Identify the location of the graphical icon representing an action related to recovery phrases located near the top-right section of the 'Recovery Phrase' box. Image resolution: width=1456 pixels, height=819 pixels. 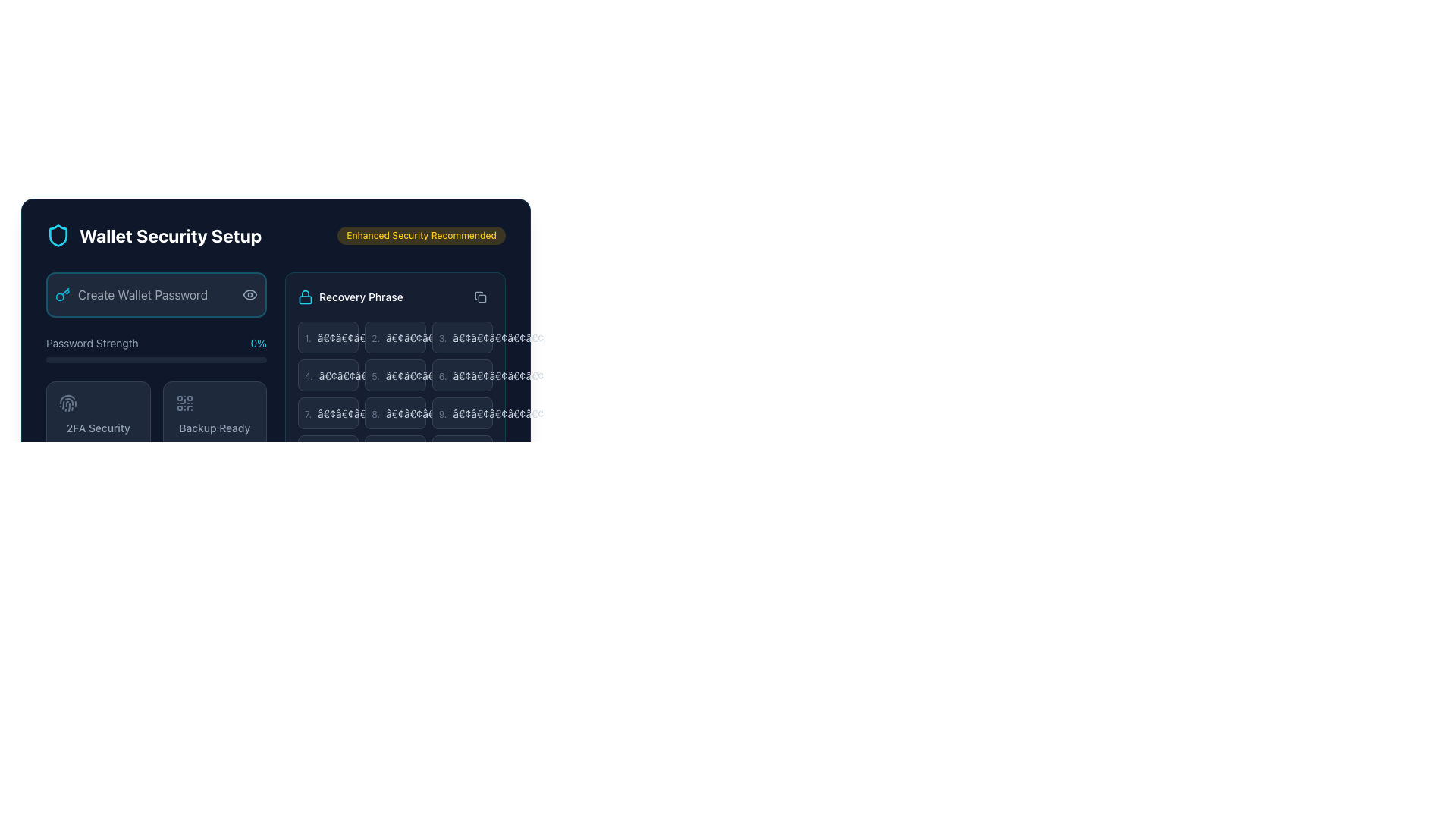
(481, 298).